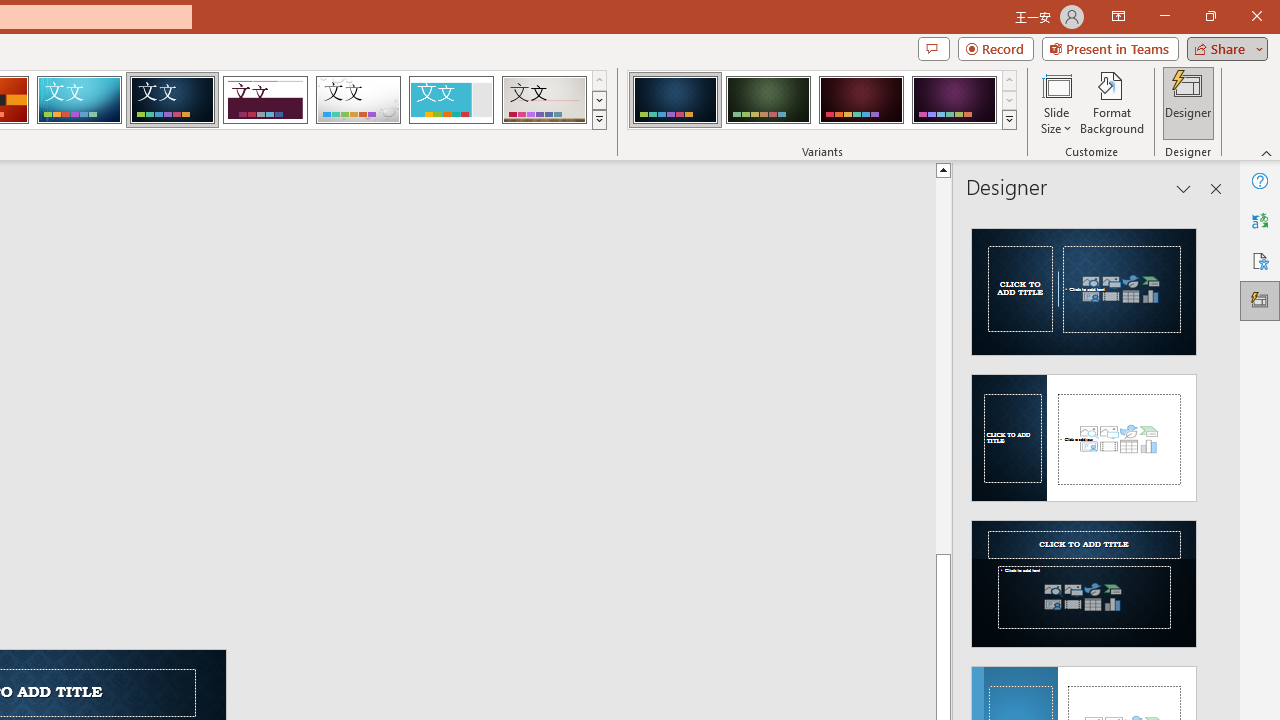 The width and height of the screenshot is (1280, 720). What do you see at coordinates (1083, 286) in the screenshot?
I see `'Recommended Design: Design Idea'` at bounding box center [1083, 286].